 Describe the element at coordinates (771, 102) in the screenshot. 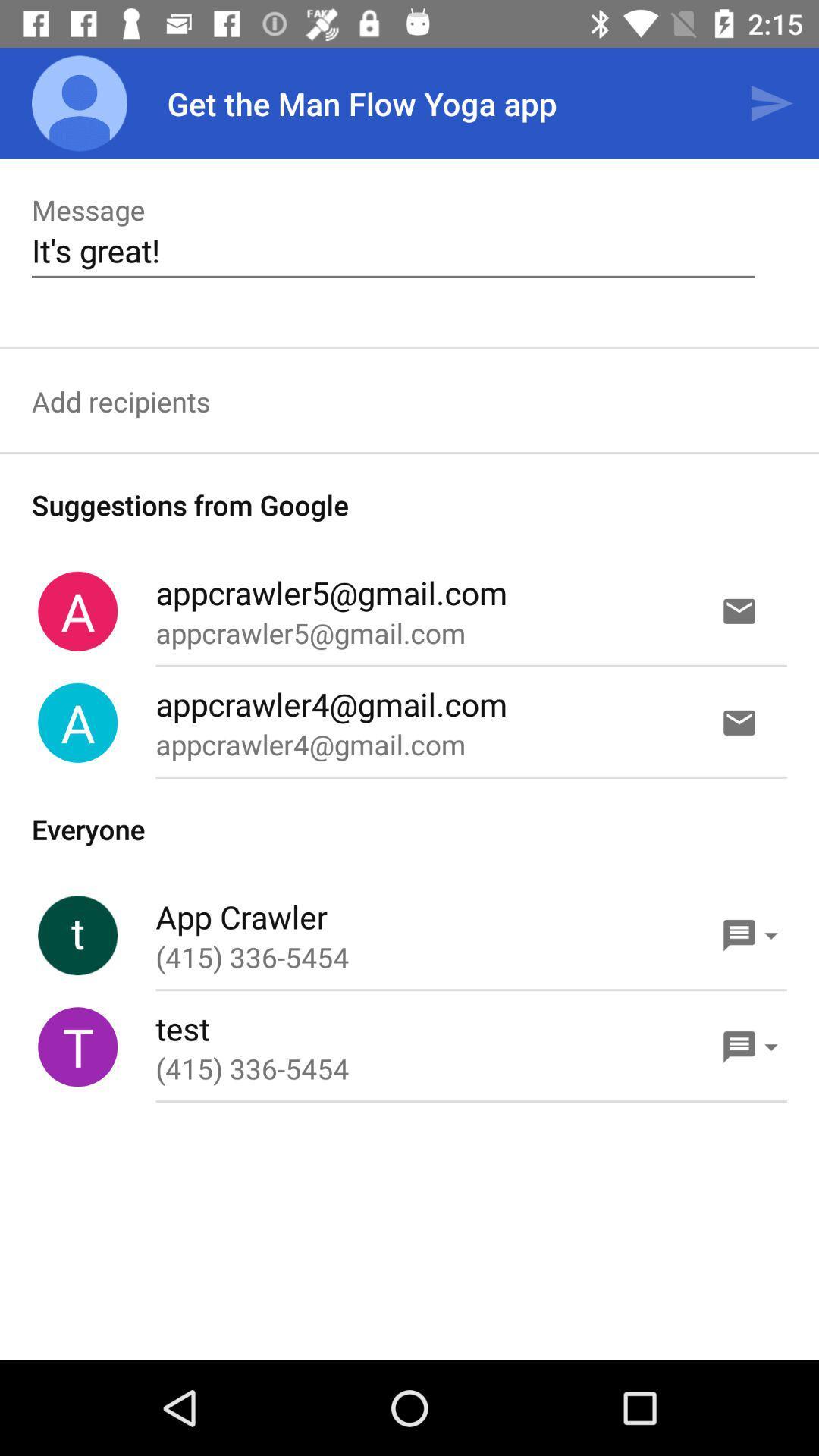

I see `the item at the top right corner` at that location.